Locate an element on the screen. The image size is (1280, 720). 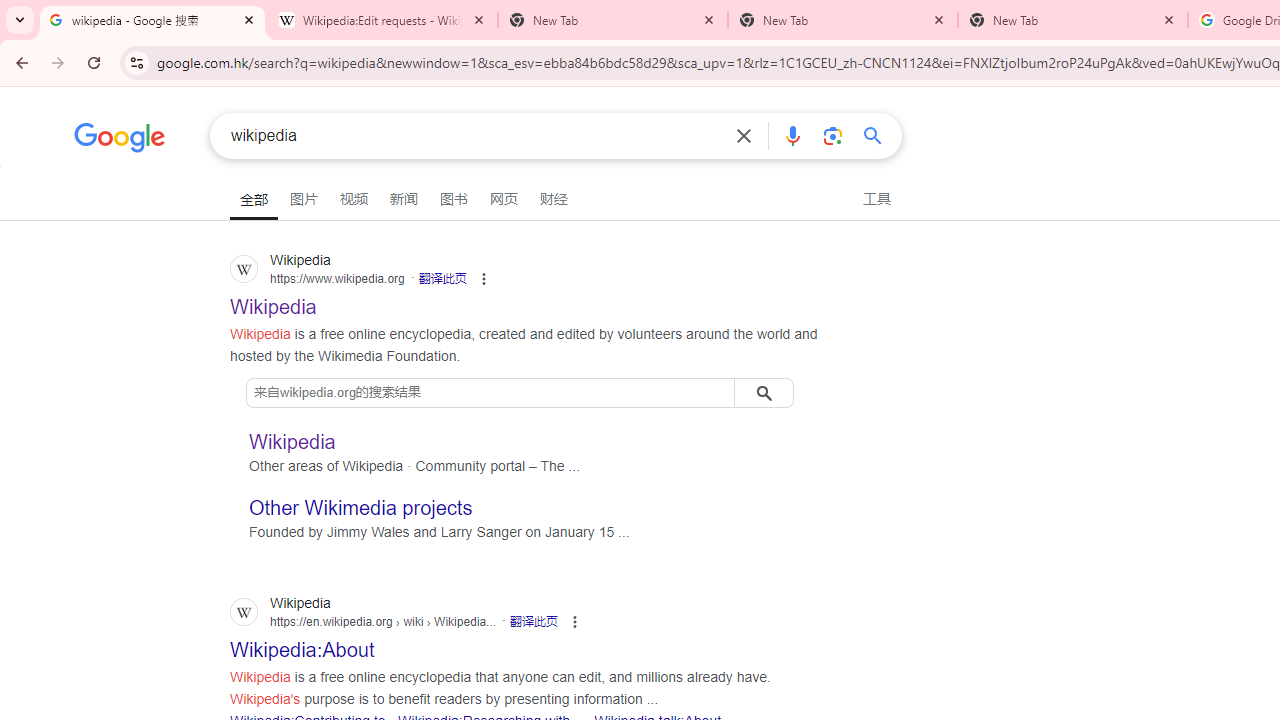
'Search tabs' is located at coordinates (20, 20).